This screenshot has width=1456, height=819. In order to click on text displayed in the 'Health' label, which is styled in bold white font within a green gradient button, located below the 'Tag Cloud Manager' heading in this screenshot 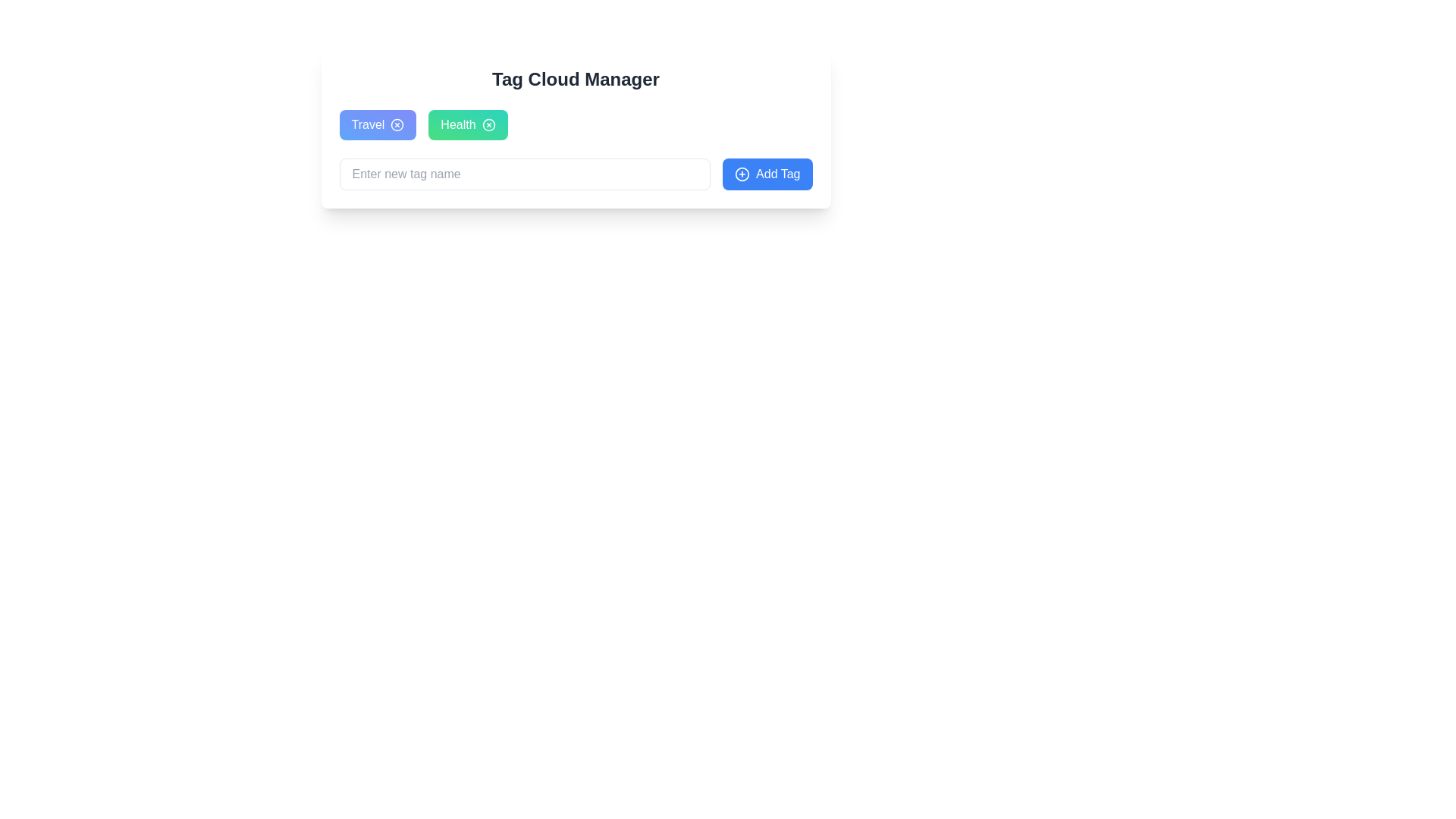, I will do `click(457, 124)`.